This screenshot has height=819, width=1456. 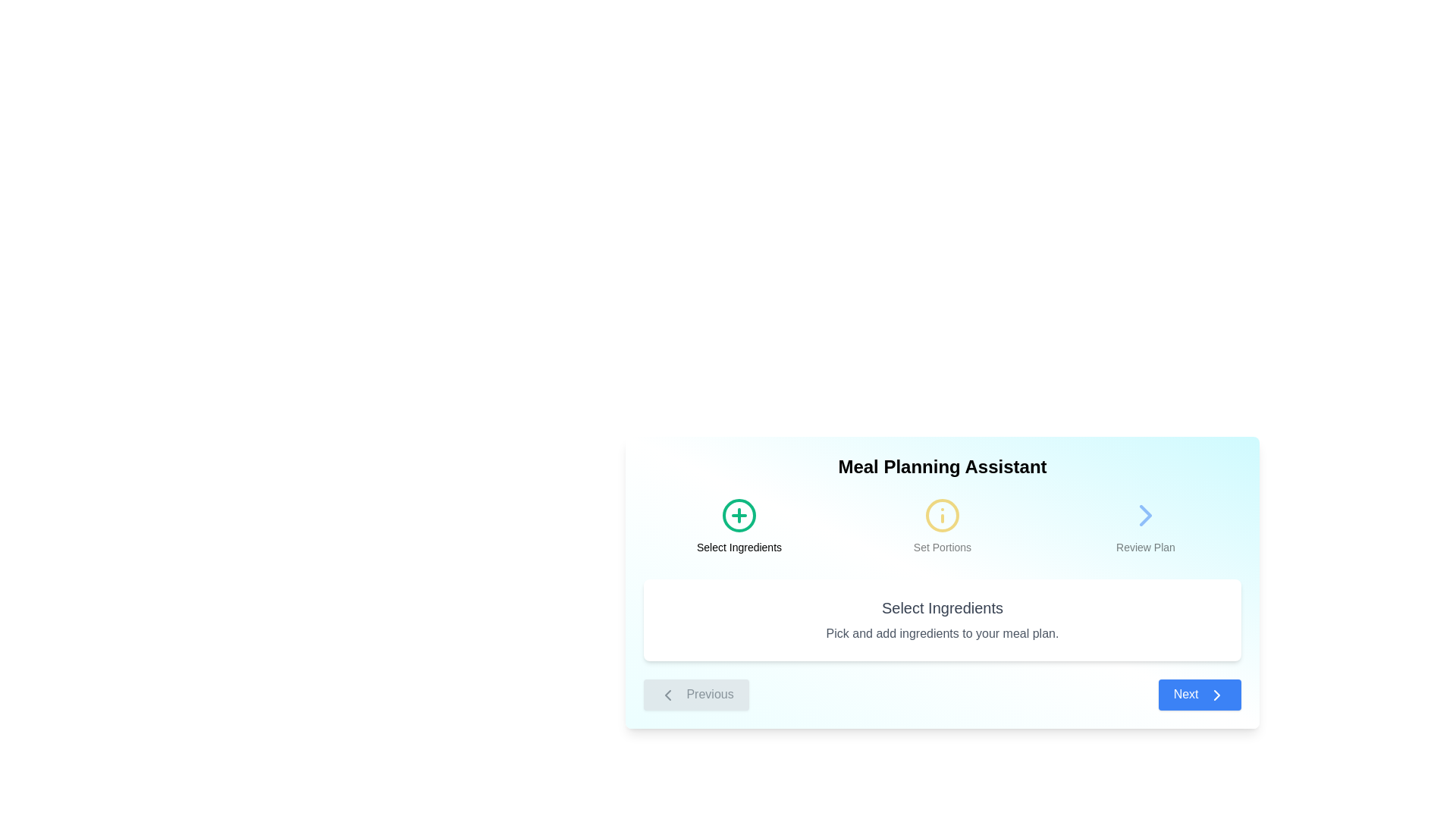 What do you see at coordinates (942, 466) in the screenshot?
I see `bold, centered text 'Meal Planning Assistant' located at the top of the card component with a gradient background` at bounding box center [942, 466].